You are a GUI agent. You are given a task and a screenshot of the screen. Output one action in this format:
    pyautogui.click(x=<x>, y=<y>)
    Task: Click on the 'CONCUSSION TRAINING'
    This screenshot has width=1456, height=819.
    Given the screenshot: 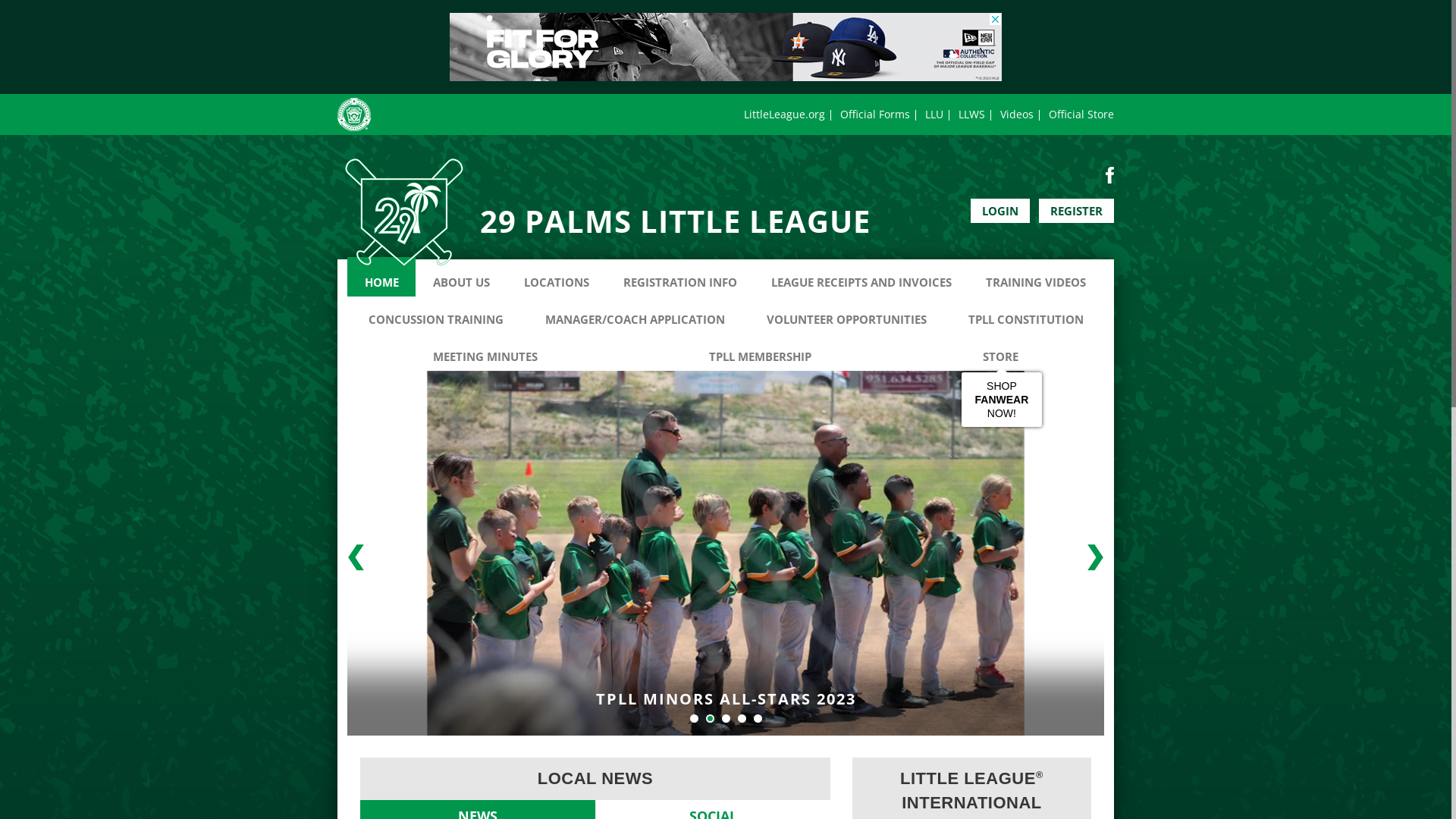 What is the action you would take?
    pyautogui.click(x=435, y=312)
    